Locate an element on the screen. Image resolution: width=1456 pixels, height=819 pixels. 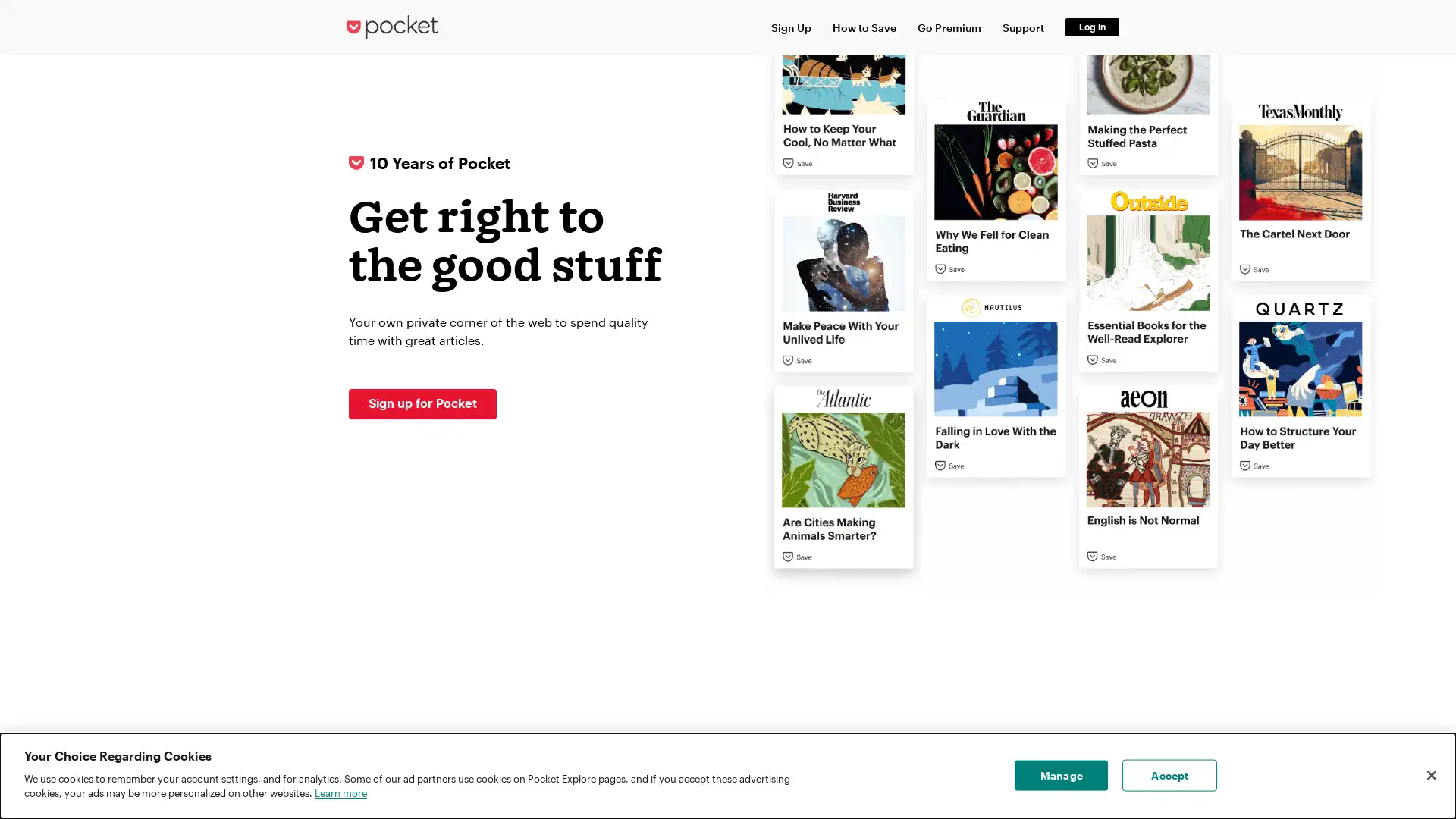
Accept is located at coordinates (1169, 775).